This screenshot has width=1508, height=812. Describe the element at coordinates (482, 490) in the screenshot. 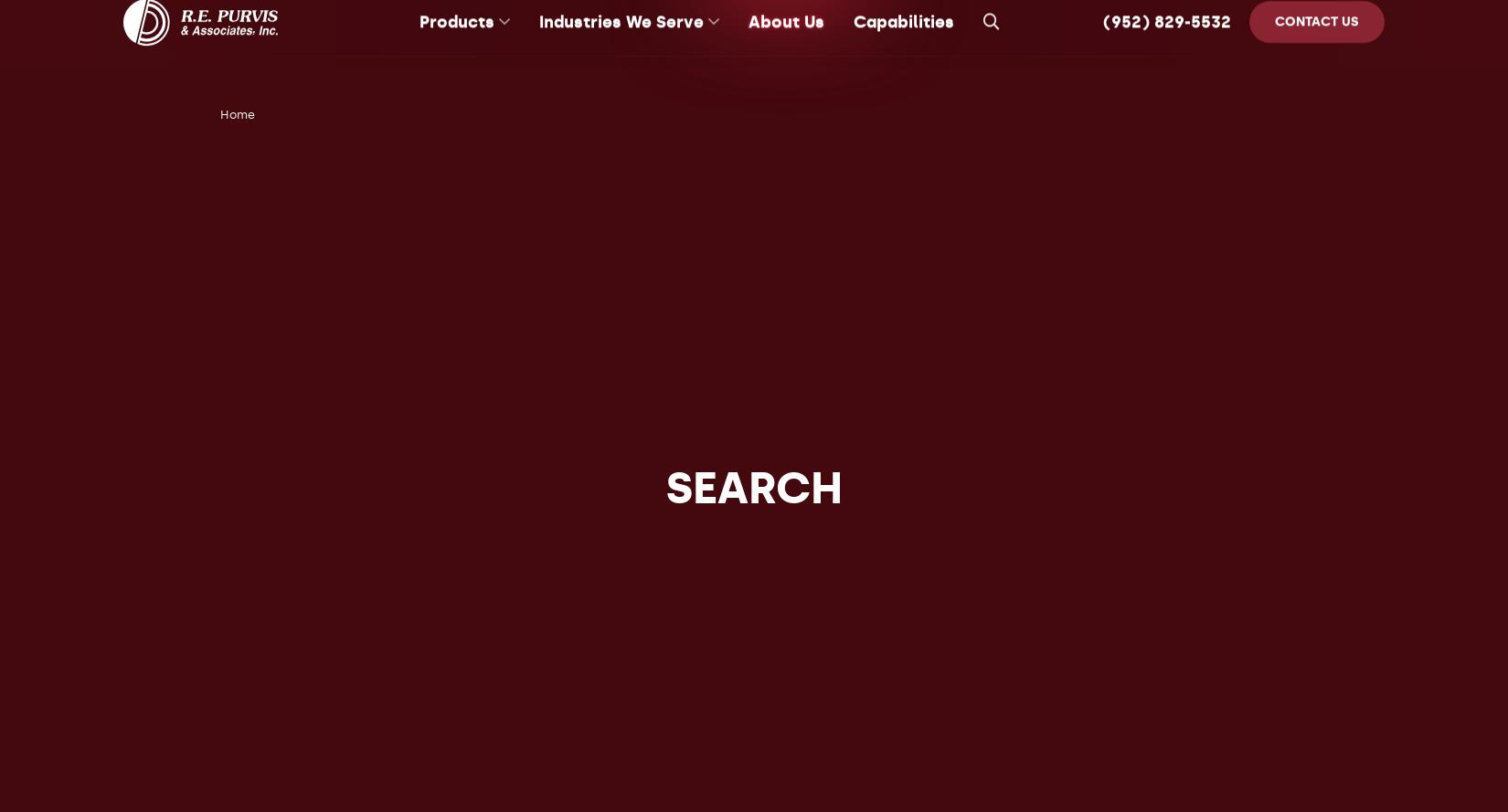

I see `'Composite Bearings'` at that location.